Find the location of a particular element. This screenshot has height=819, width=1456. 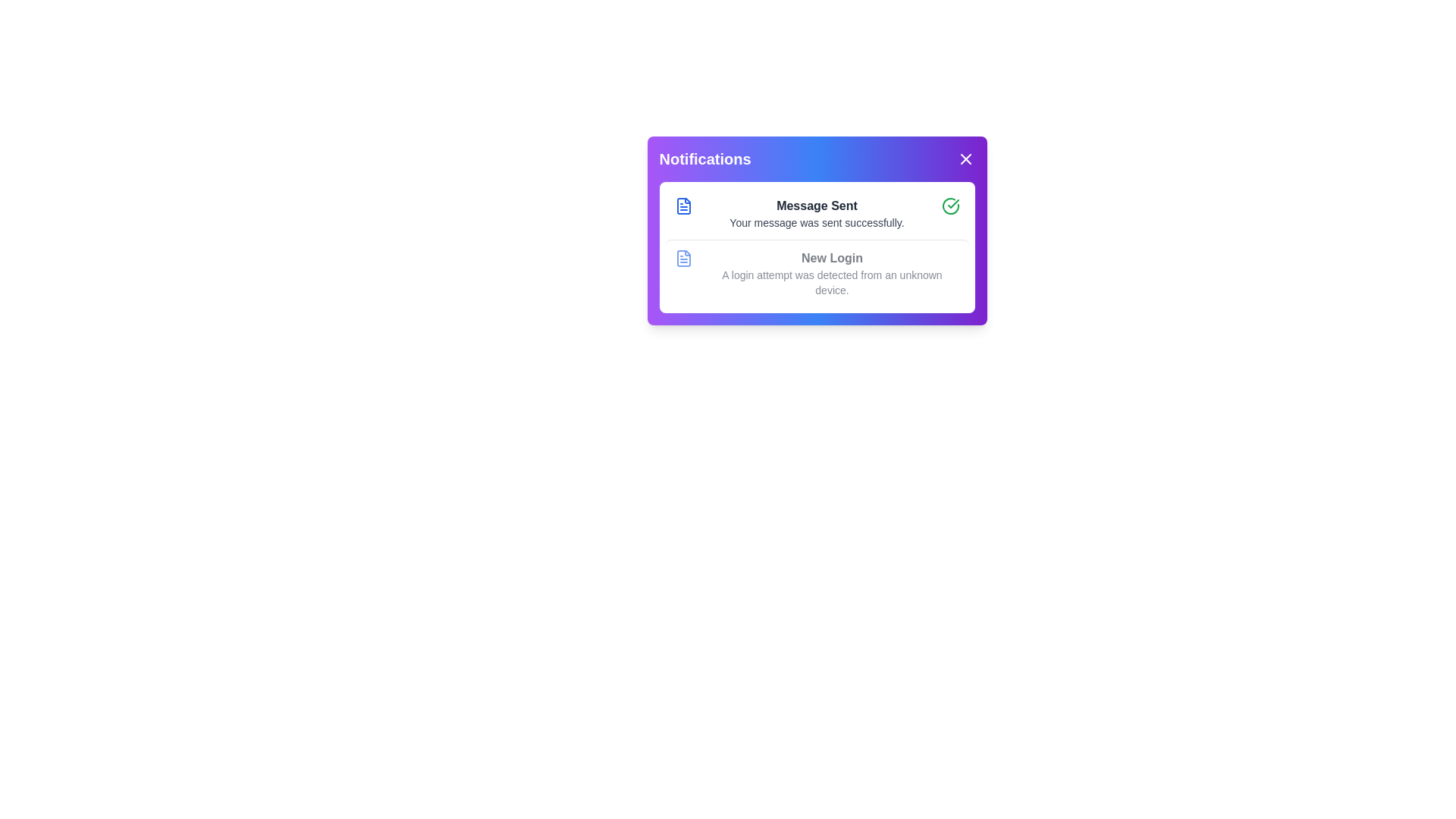

the first notification message in the notification panel to focus on it is located at coordinates (816, 213).